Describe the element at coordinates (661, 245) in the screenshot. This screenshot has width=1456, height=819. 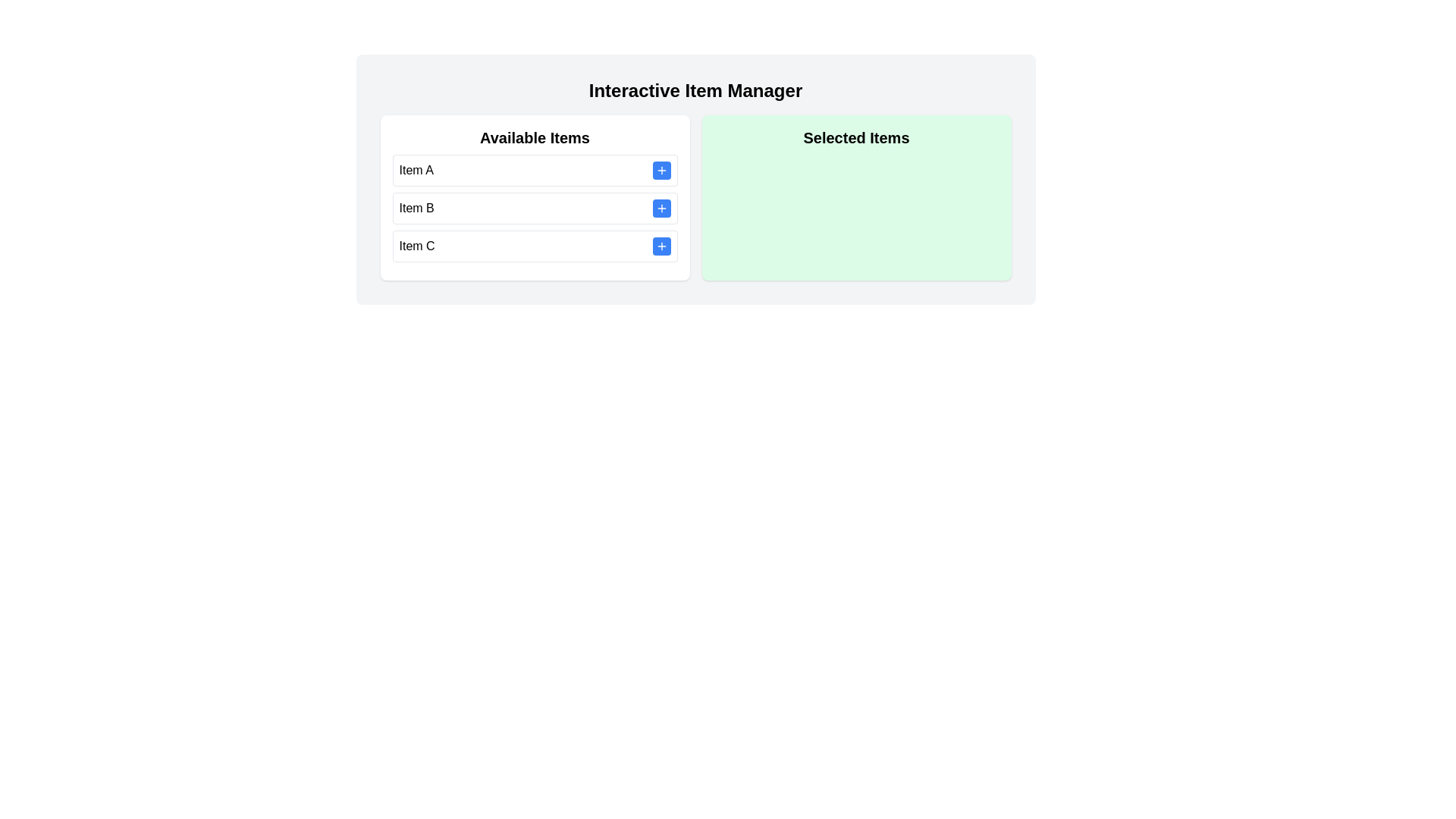
I see `the '+' button with a blue background and white foreground, located next to 'Item C' in the 'Available Items' list` at that location.